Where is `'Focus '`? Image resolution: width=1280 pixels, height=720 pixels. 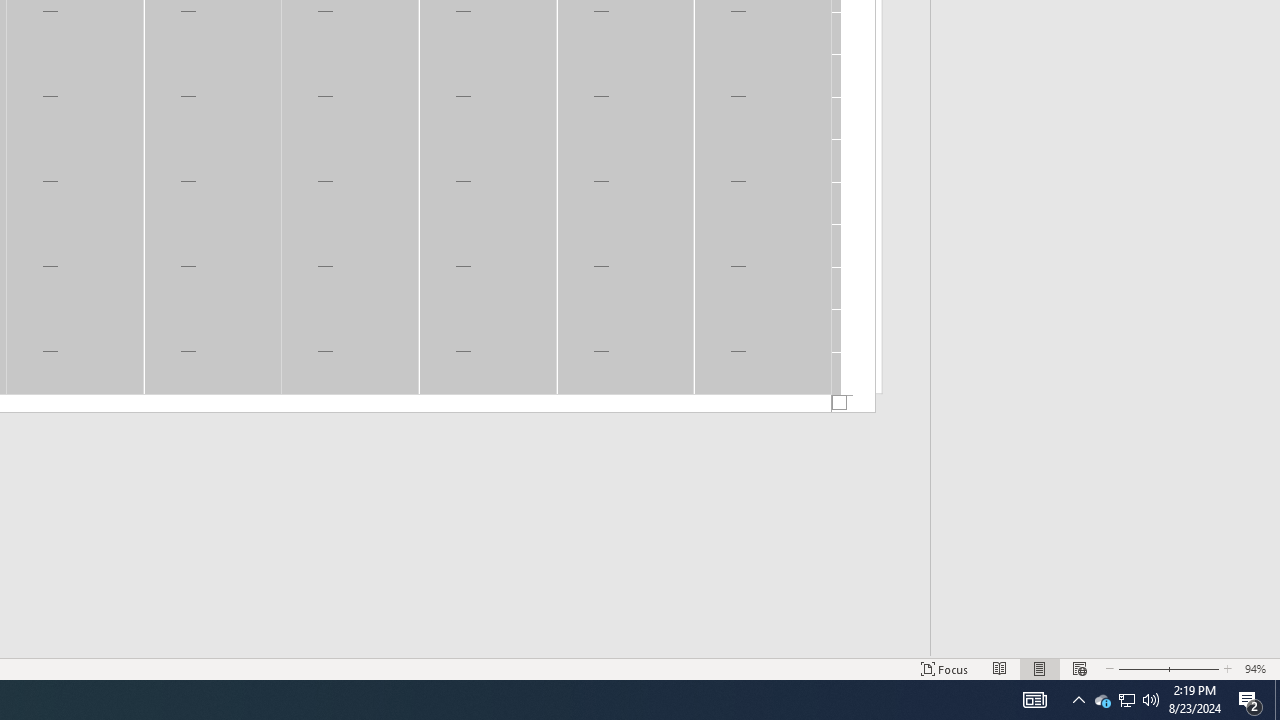 'Focus ' is located at coordinates (943, 669).